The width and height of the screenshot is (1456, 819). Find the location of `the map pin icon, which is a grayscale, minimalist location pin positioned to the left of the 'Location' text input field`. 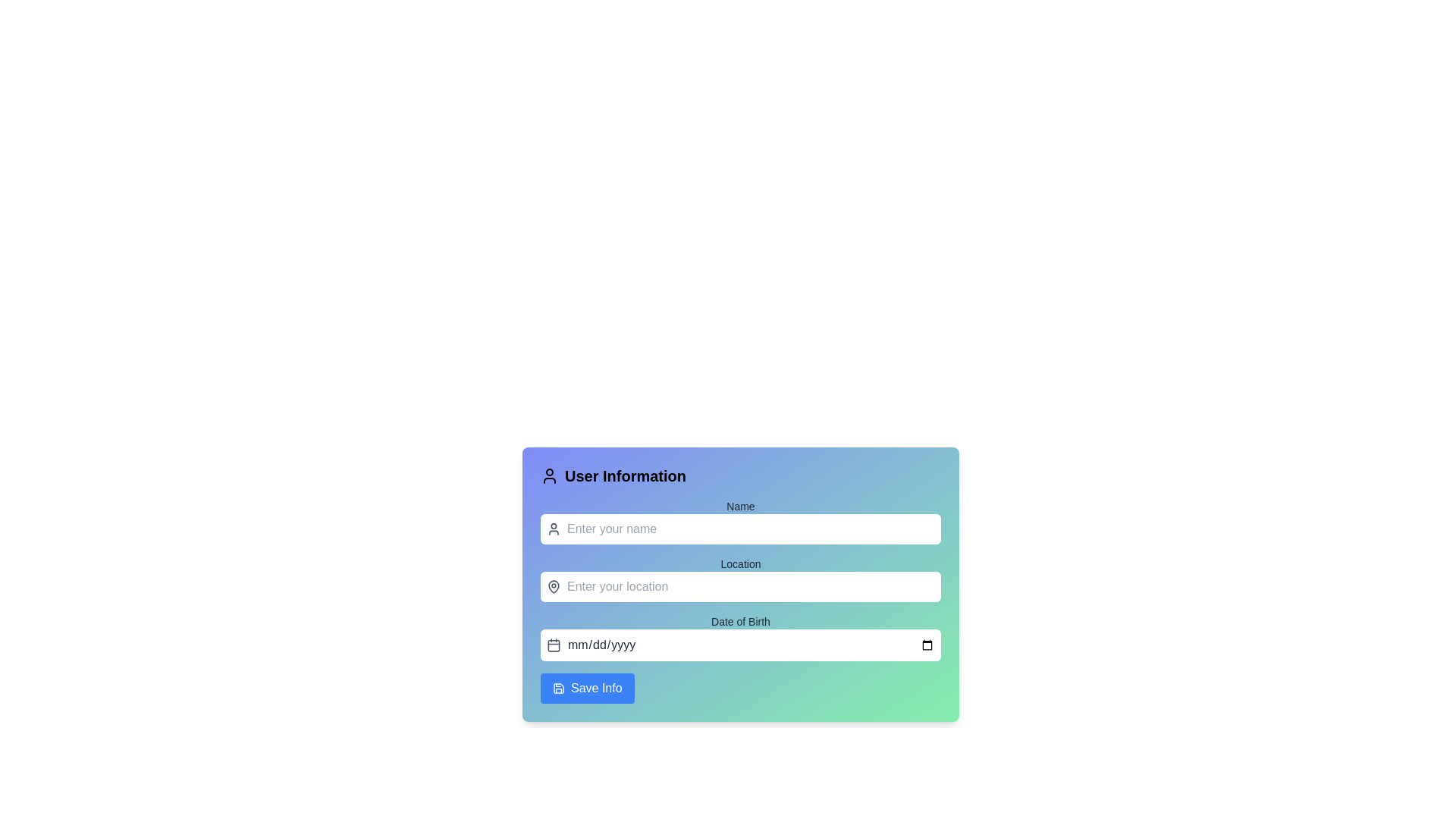

the map pin icon, which is a grayscale, minimalist location pin positioned to the left of the 'Location' text input field is located at coordinates (553, 586).